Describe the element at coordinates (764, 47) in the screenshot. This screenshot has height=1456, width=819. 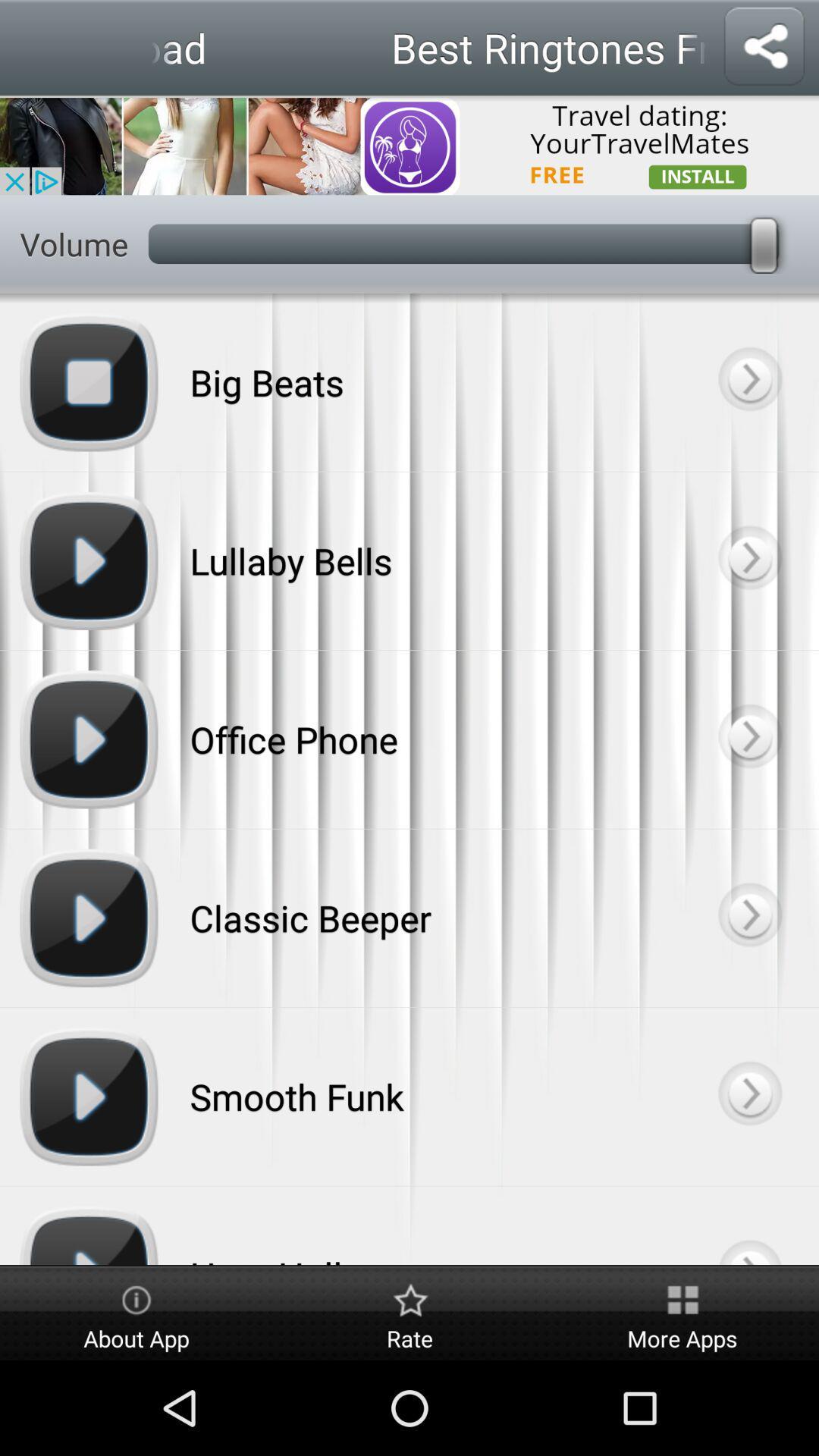
I see `open the share menu` at that location.